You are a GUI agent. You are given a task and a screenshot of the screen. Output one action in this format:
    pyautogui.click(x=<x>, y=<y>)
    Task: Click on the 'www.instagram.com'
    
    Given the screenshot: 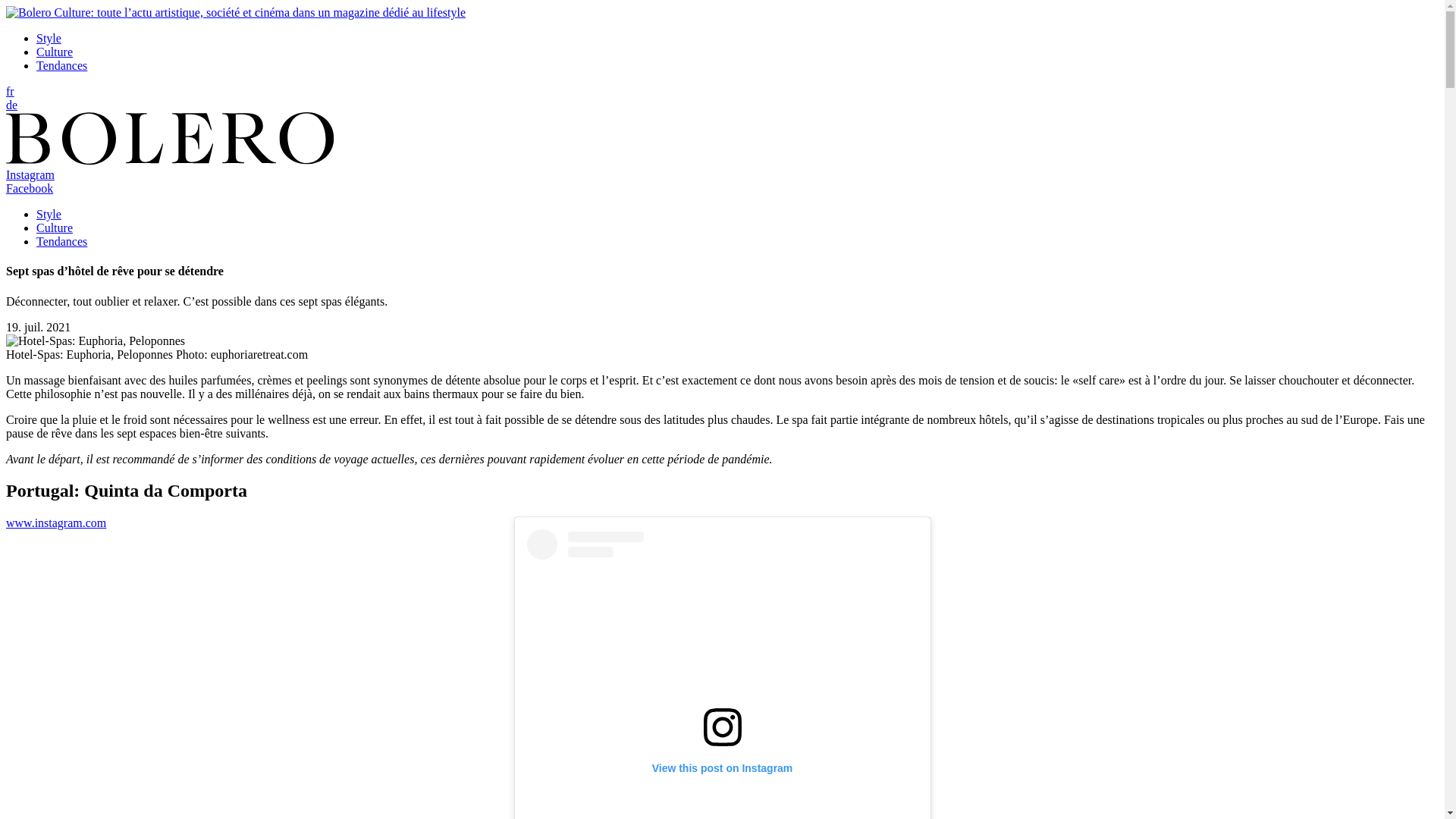 What is the action you would take?
    pyautogui.click(x=55, y=522)
    